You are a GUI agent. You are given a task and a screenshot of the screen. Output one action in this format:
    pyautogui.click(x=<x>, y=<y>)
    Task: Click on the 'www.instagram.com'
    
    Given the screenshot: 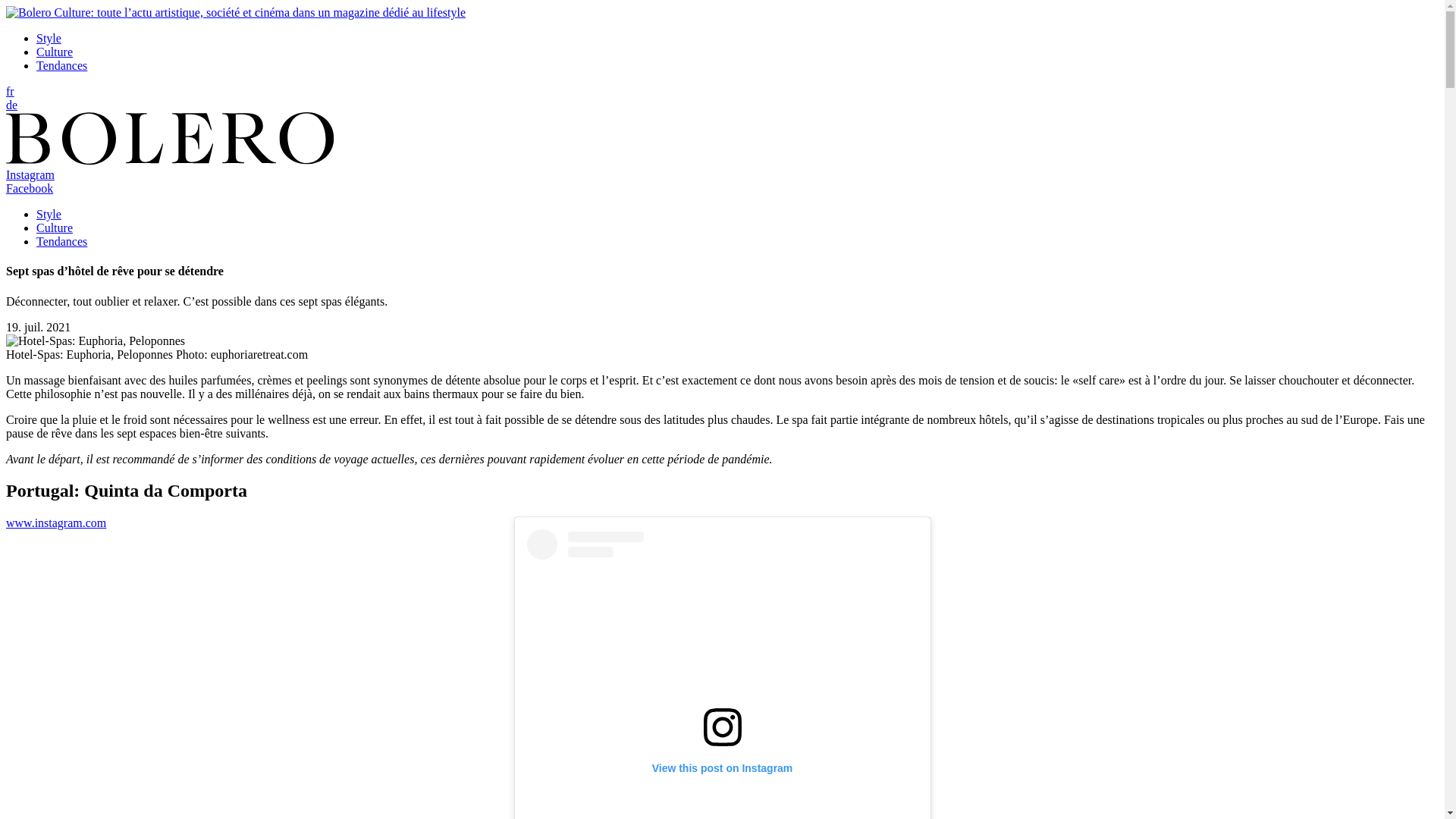 What is the action you would take?
    pyautogui.click(x=55, y=522)
    